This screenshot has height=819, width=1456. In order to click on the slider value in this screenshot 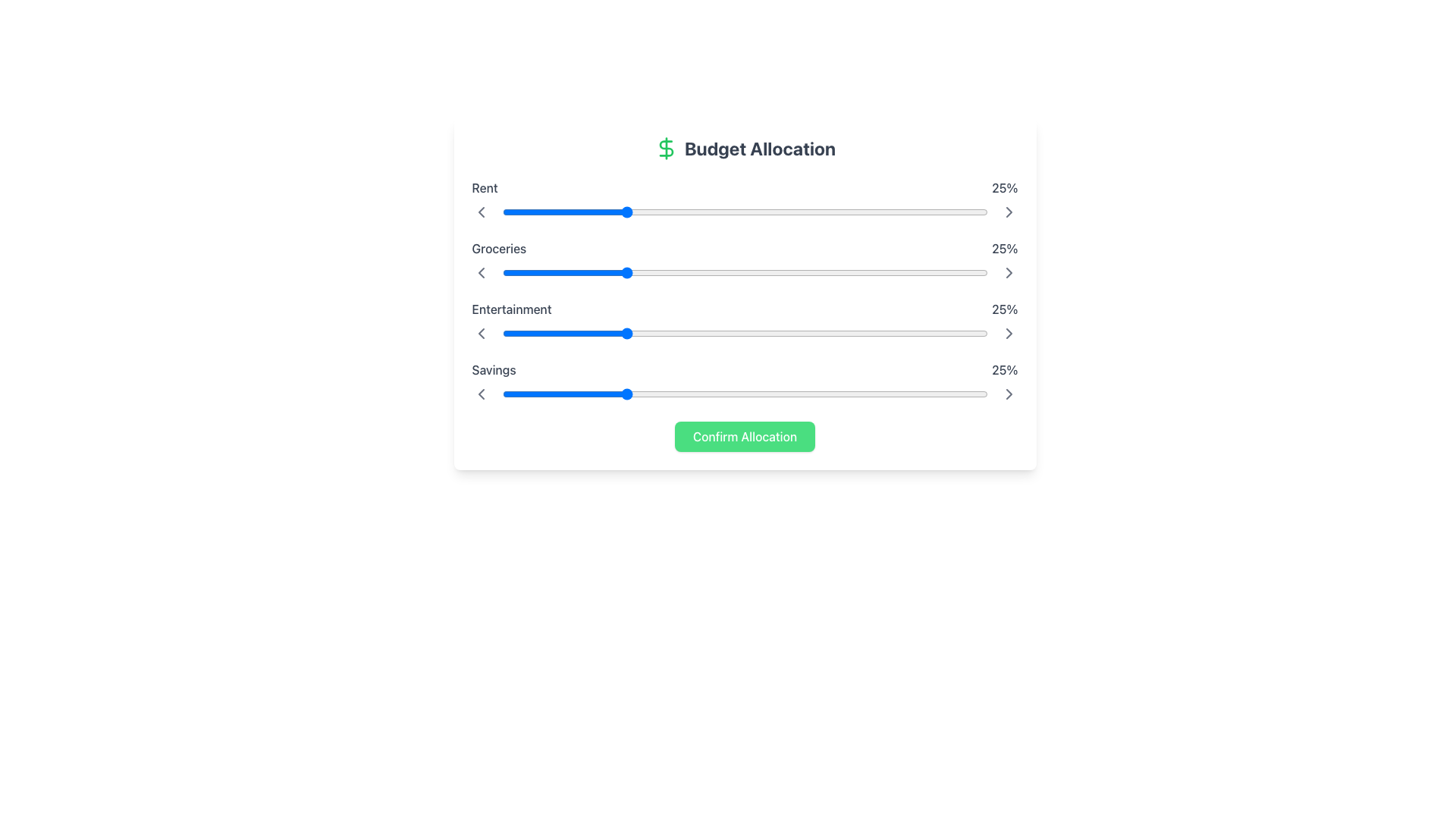, I will do `click(928, 332)`.